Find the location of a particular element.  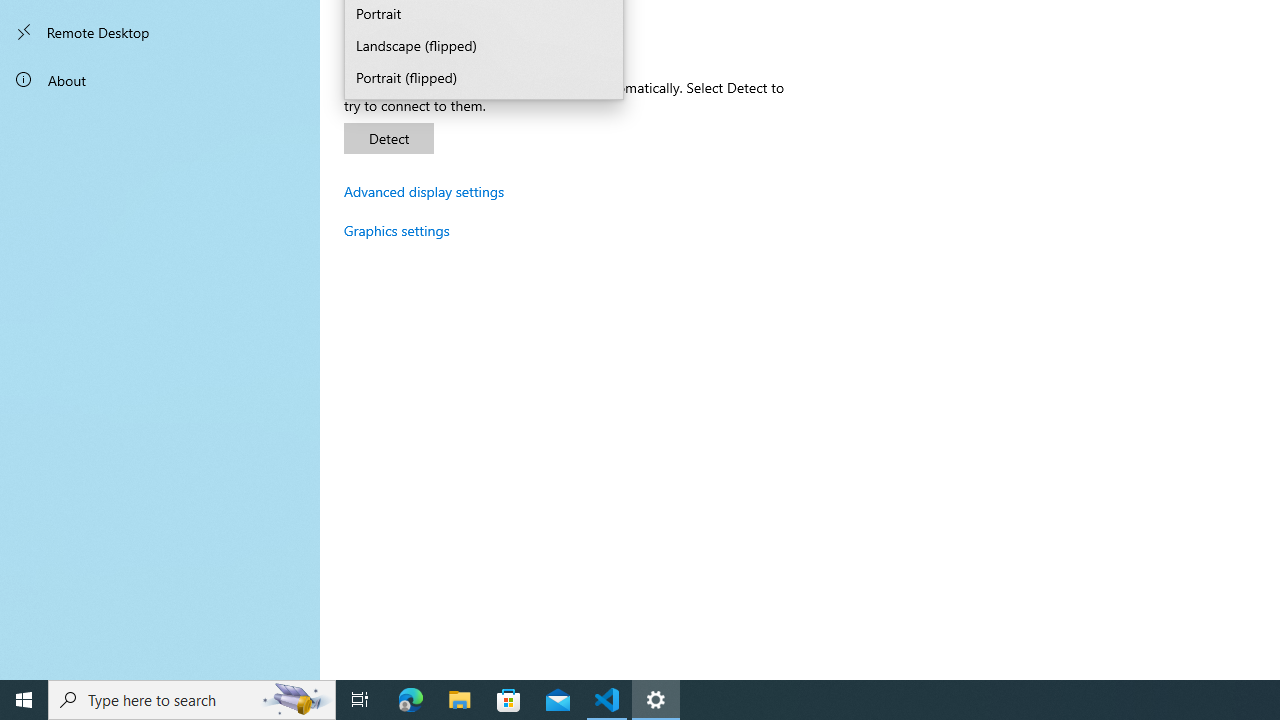

'About' is located at coordinates (160, 78).